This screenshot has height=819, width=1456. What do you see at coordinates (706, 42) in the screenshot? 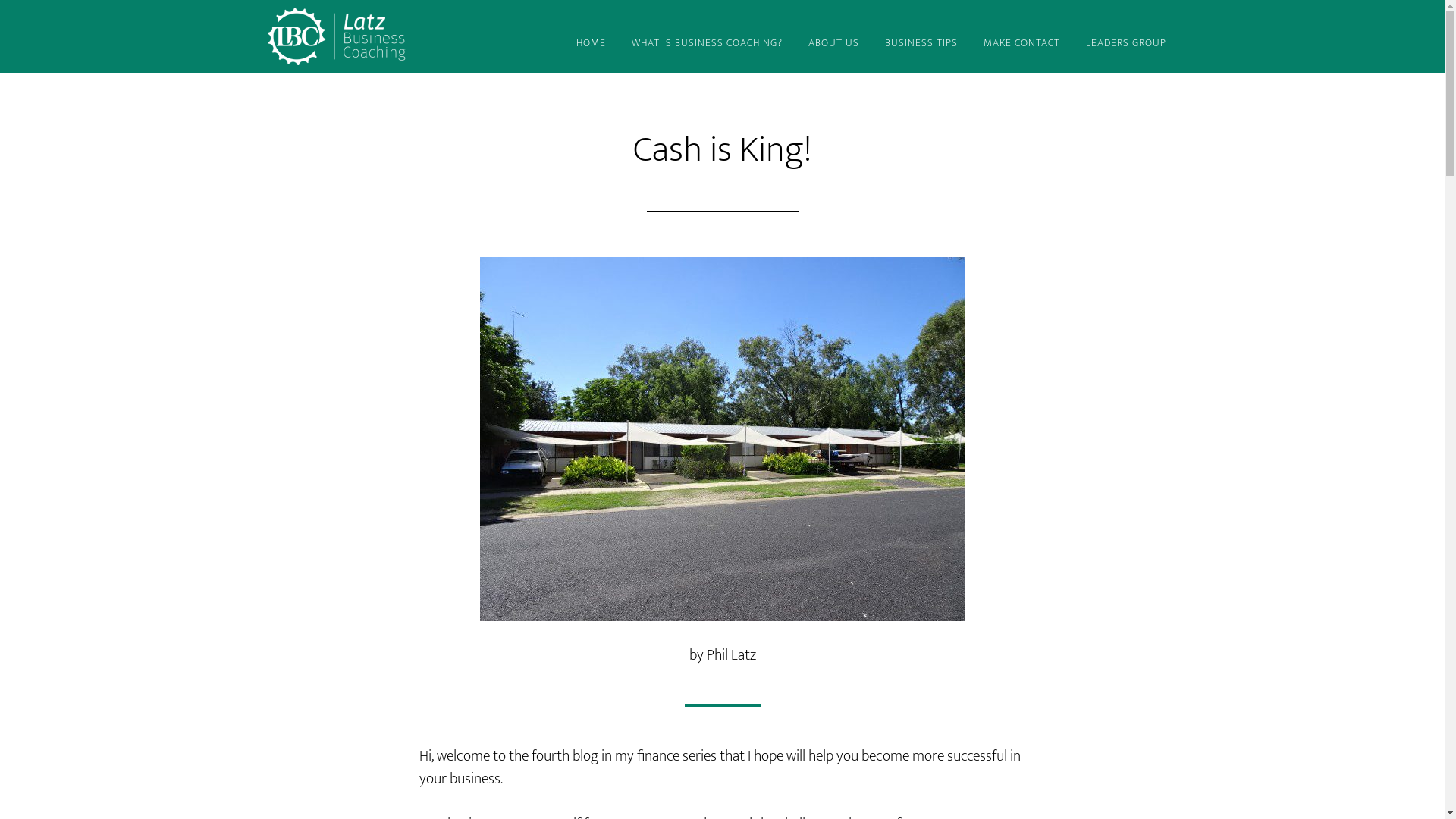
I see `'WHAT IS BUSINESS COACHING?'` at bounding box center [706, 42].